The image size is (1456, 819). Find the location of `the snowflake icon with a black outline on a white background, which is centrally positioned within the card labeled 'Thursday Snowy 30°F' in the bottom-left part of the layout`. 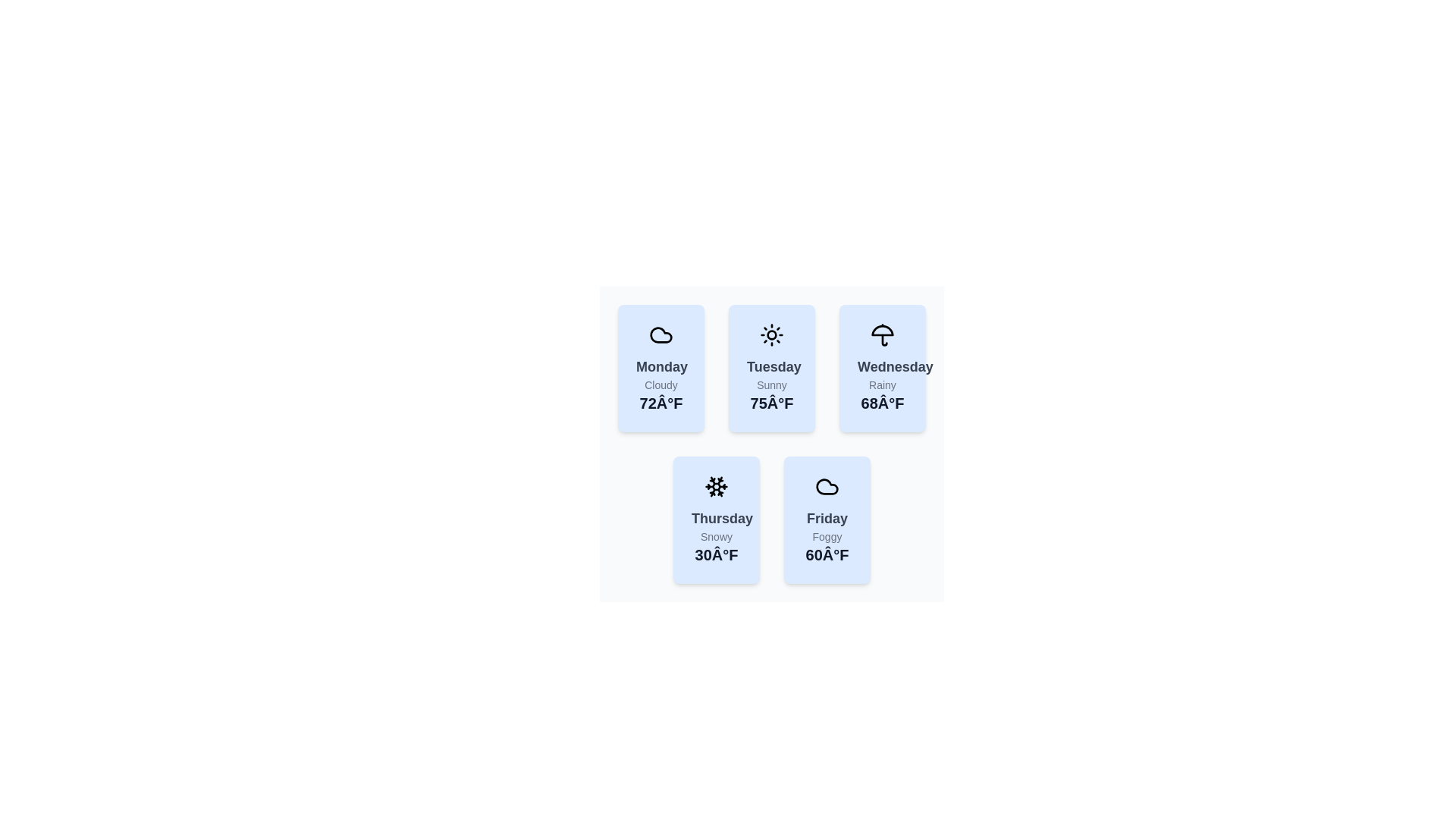

the snowflake icon with a black outline on a white background, which is centrally positioned within the card labeled 'Thursday Snowy 30°F' in the bottom-left part of the layout is located at coordinates (716, 486).